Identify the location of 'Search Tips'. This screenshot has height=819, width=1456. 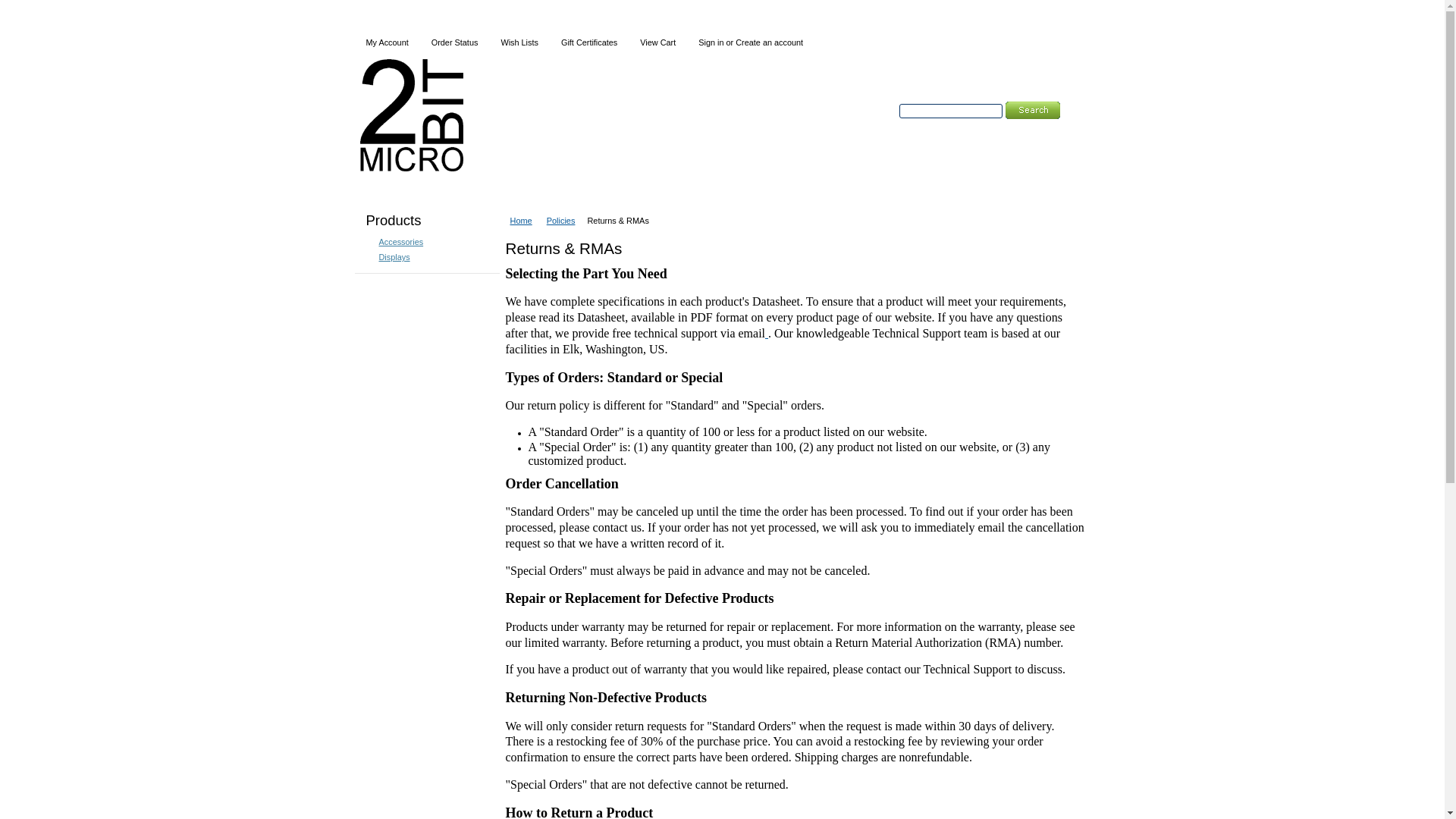
(1000, 127).